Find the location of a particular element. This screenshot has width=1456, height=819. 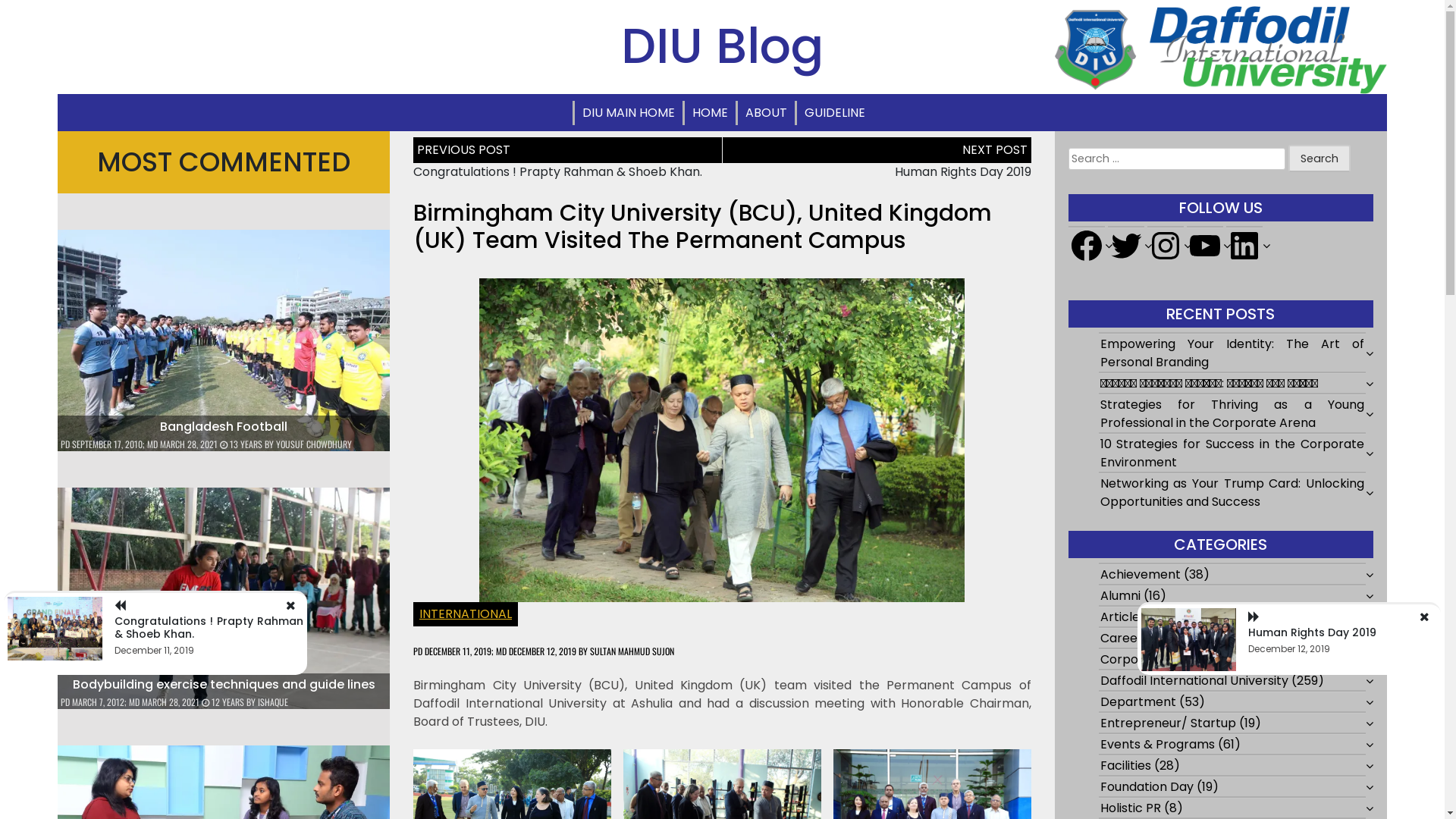

'12 YEARS' is located at coordinates (223, 701).